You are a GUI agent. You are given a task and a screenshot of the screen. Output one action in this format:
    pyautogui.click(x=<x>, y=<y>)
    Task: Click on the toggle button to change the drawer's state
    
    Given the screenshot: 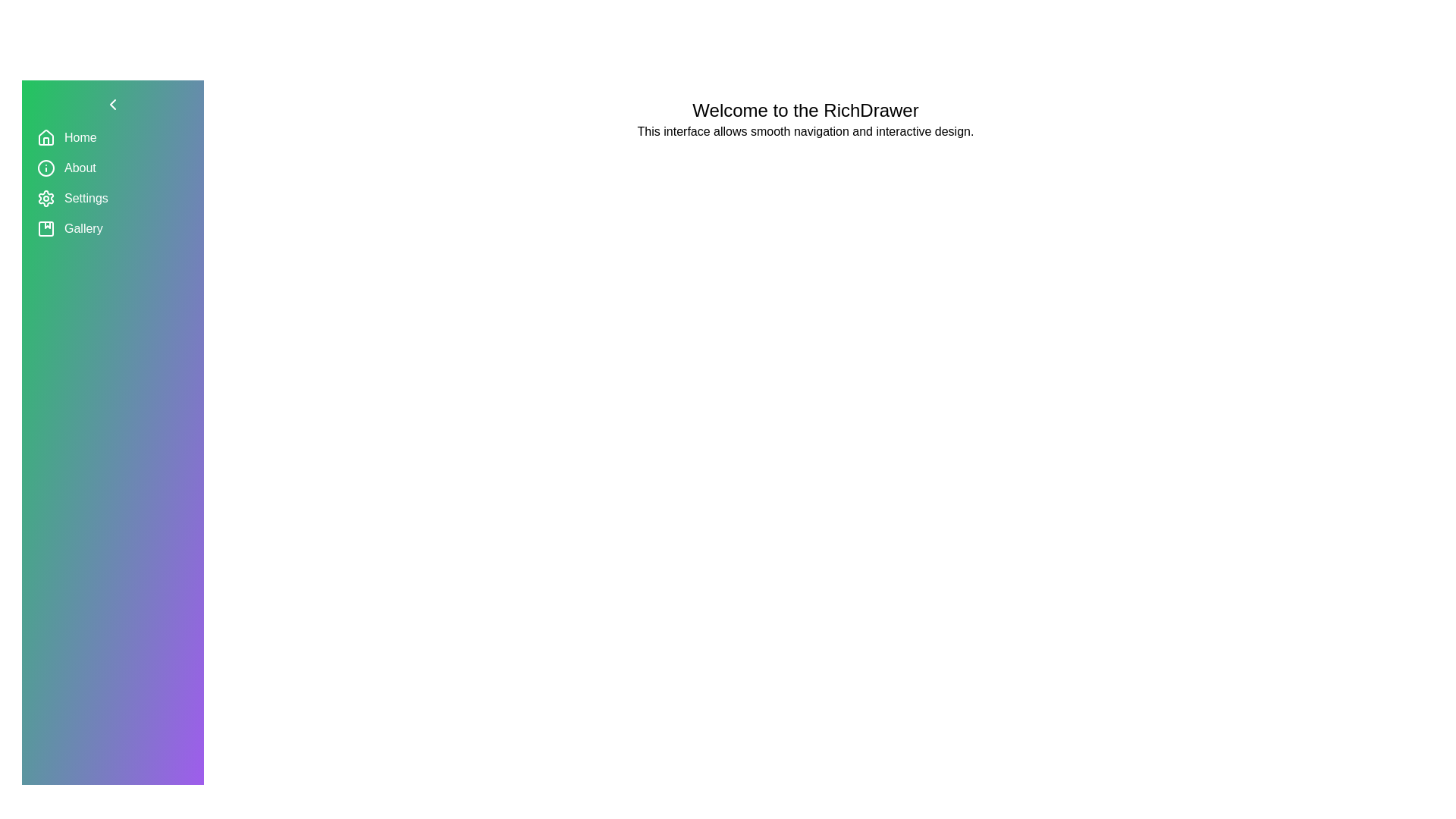 What is the action you would take?
    pyautogui.click(x=111, y=104)
    